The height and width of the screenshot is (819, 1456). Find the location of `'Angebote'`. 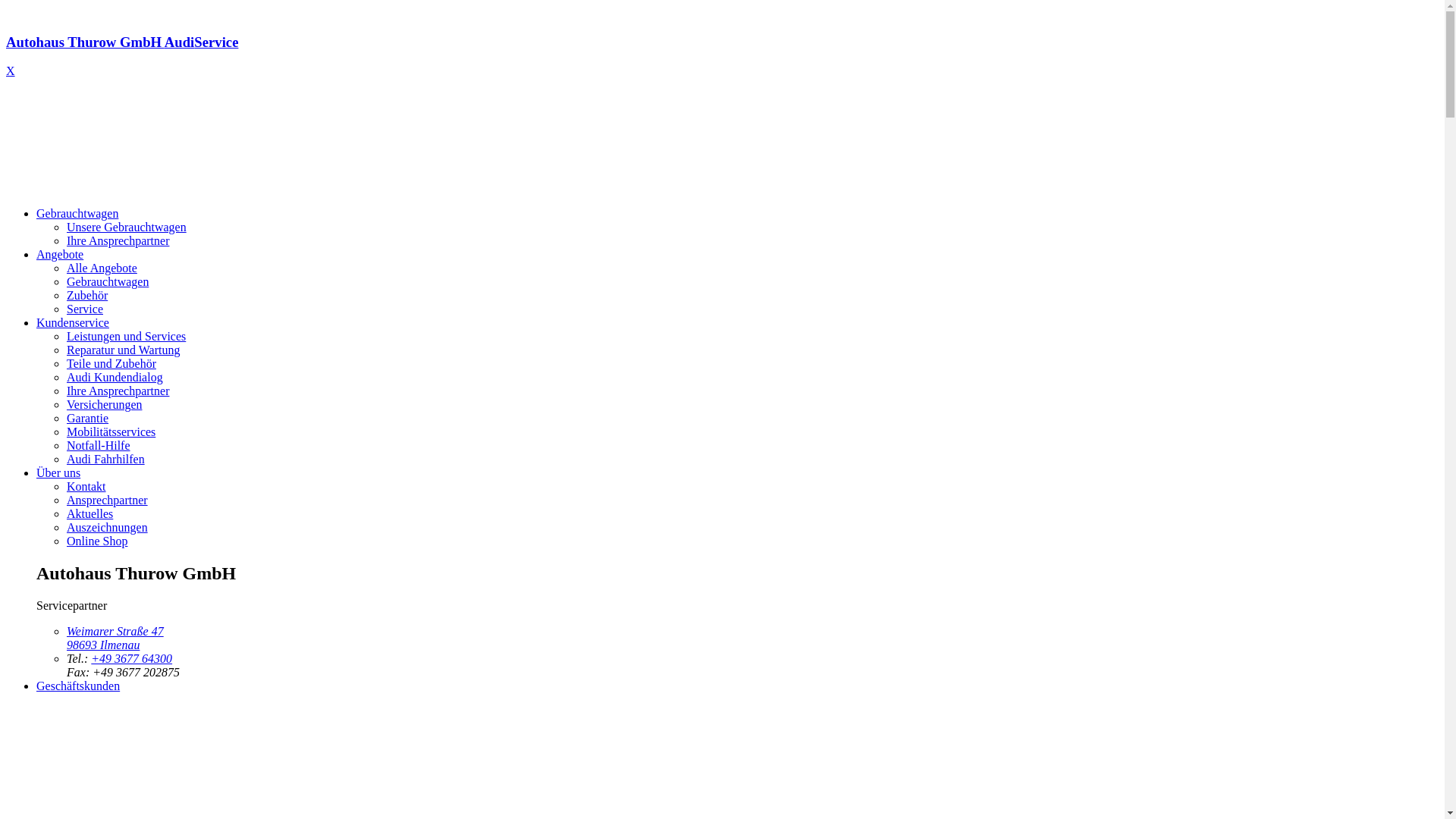

'Angebote' is located at coordinates (59, 253).